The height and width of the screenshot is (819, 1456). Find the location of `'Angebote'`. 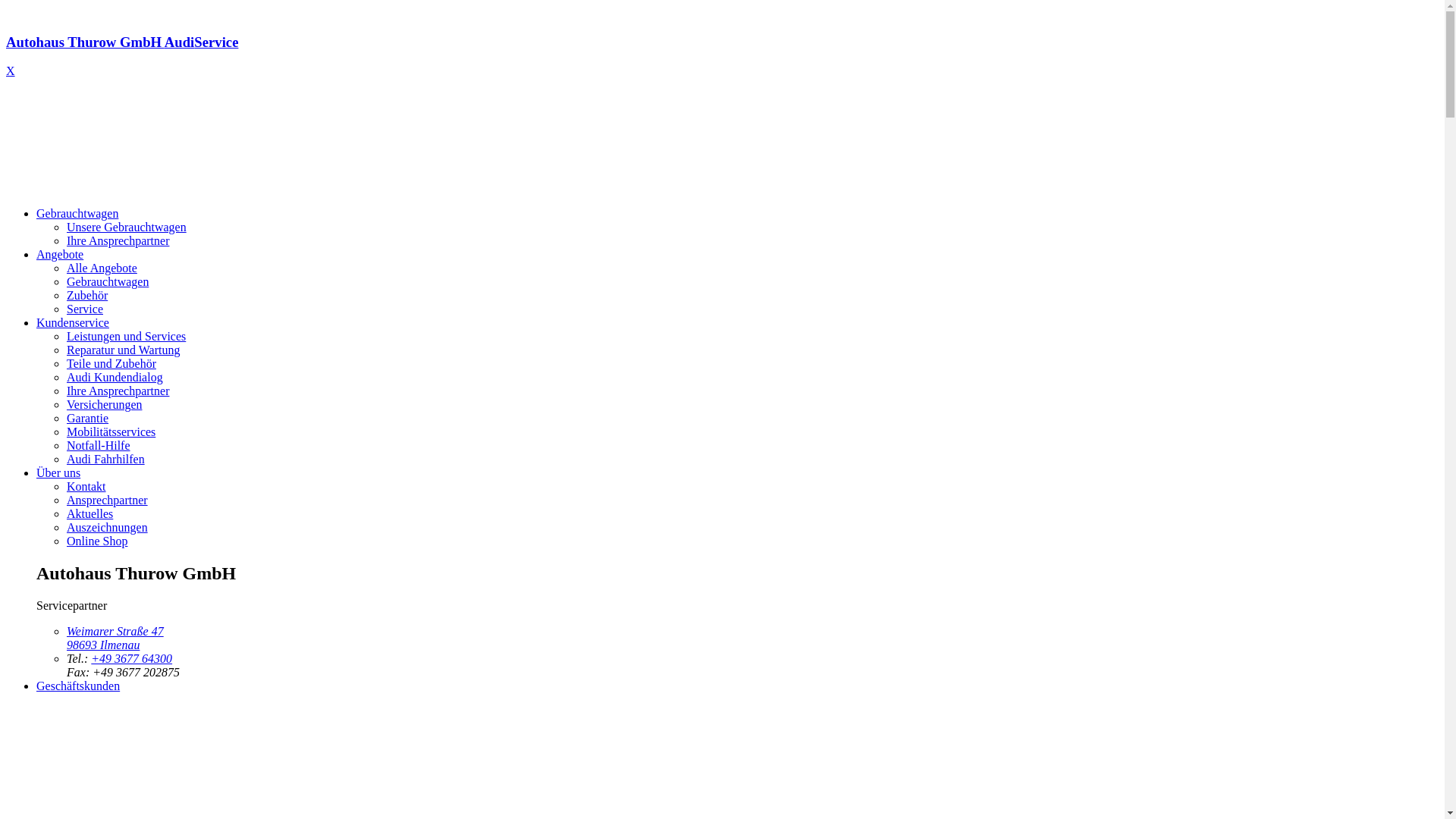

'Angebote' is located at coordinates (59, 253).